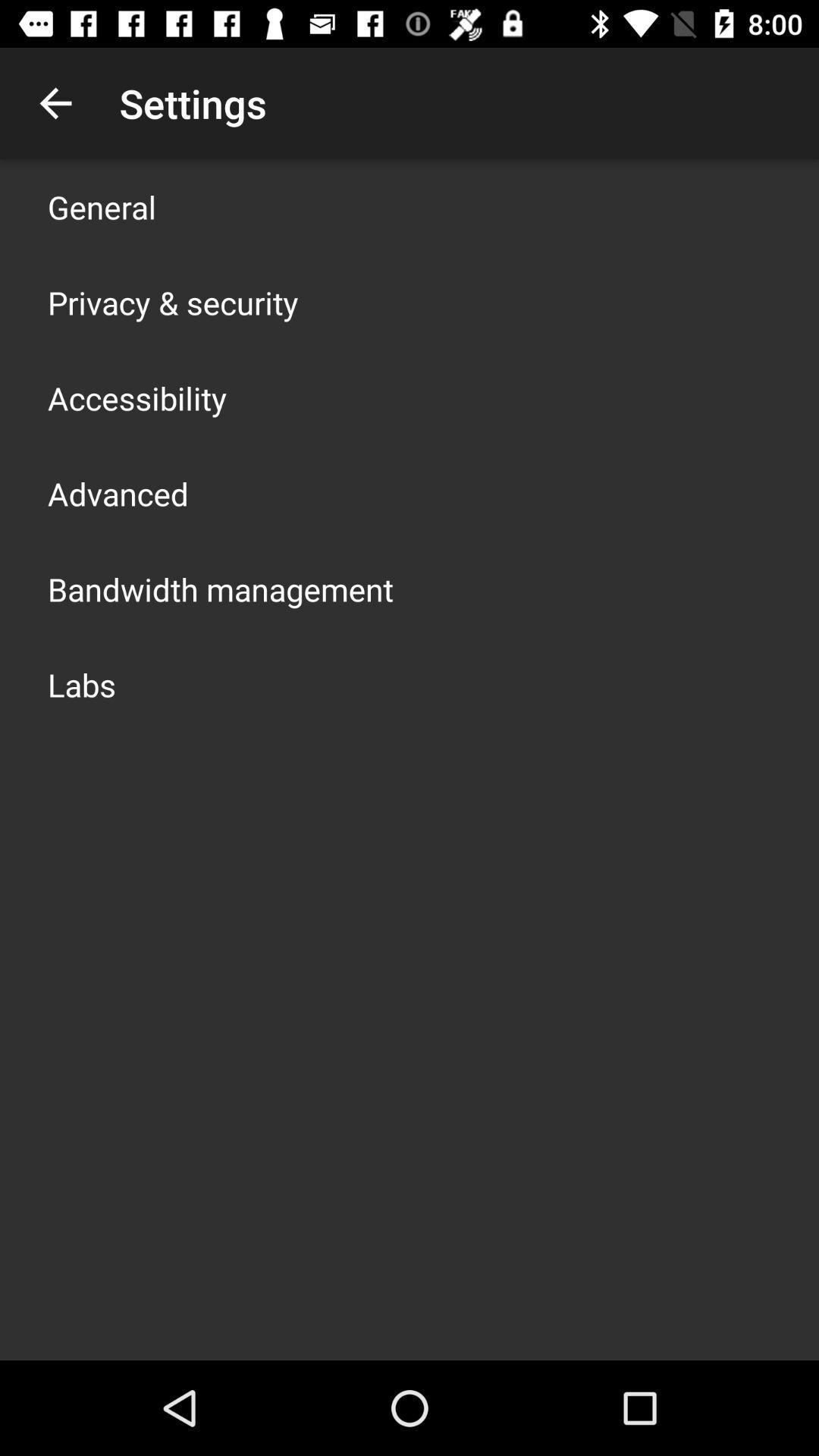  I want to click on accessibility icon, so click(137, 397).